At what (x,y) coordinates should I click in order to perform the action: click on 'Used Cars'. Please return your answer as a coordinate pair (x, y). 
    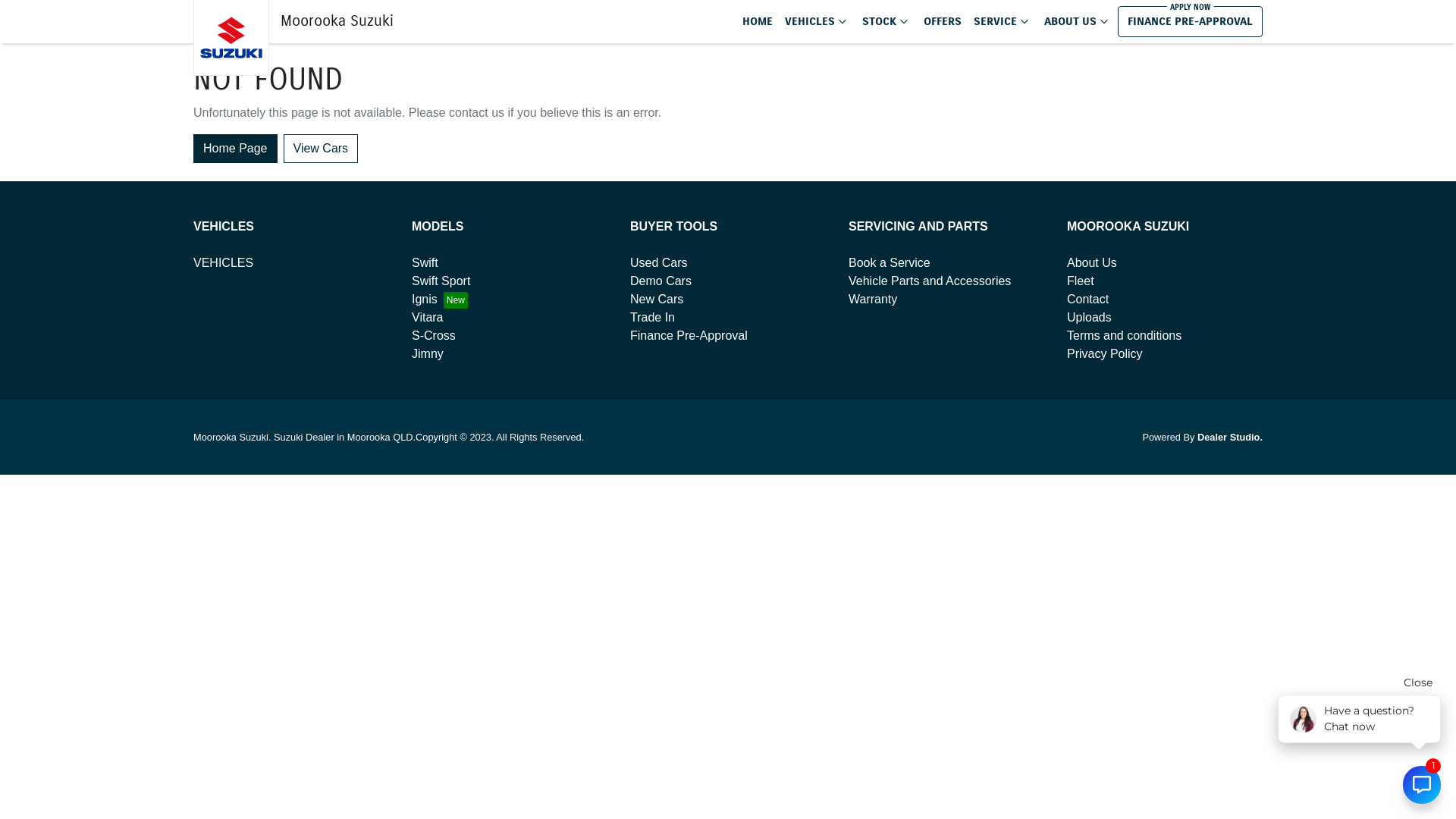
    Looking at the image, I should click on (658, 262).